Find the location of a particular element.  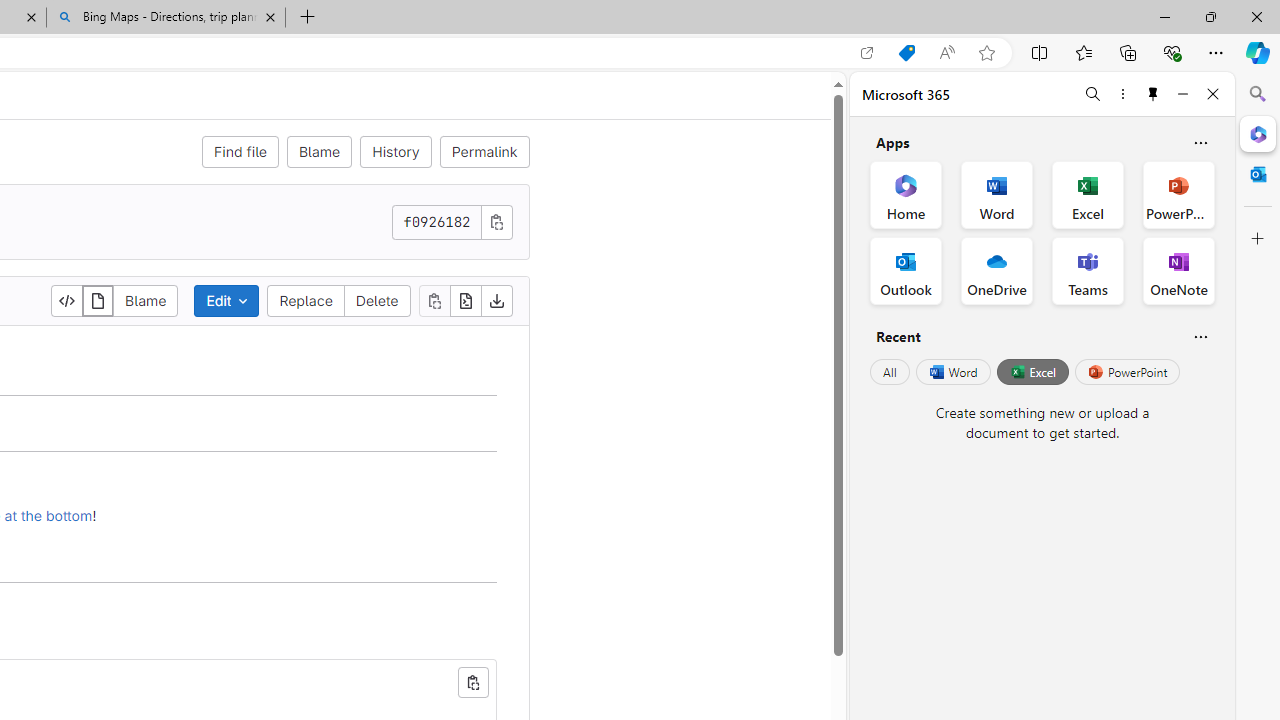

'Replace' is located at coordinates (305, 300).